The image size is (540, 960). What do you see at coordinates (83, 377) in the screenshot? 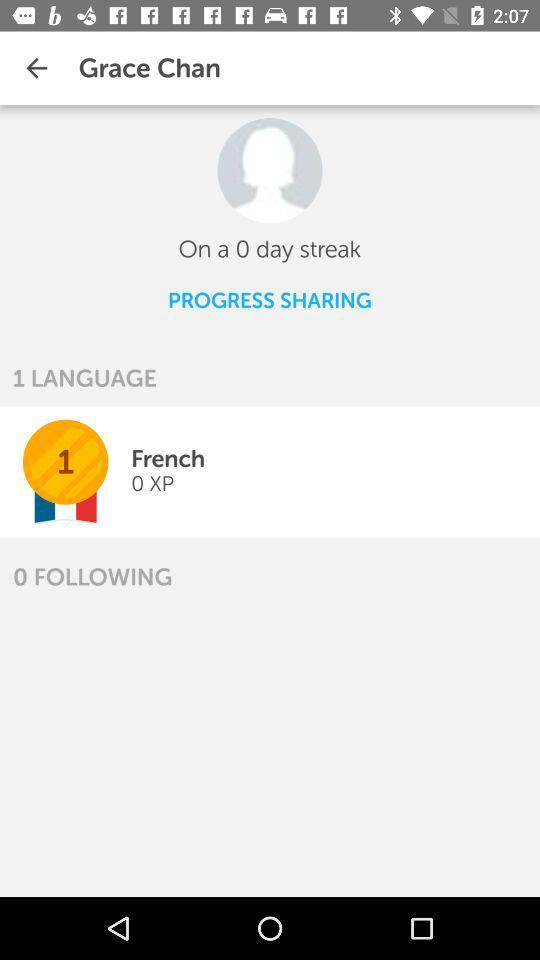
I see `item below progress sharing` at bounding box center [83, 377].